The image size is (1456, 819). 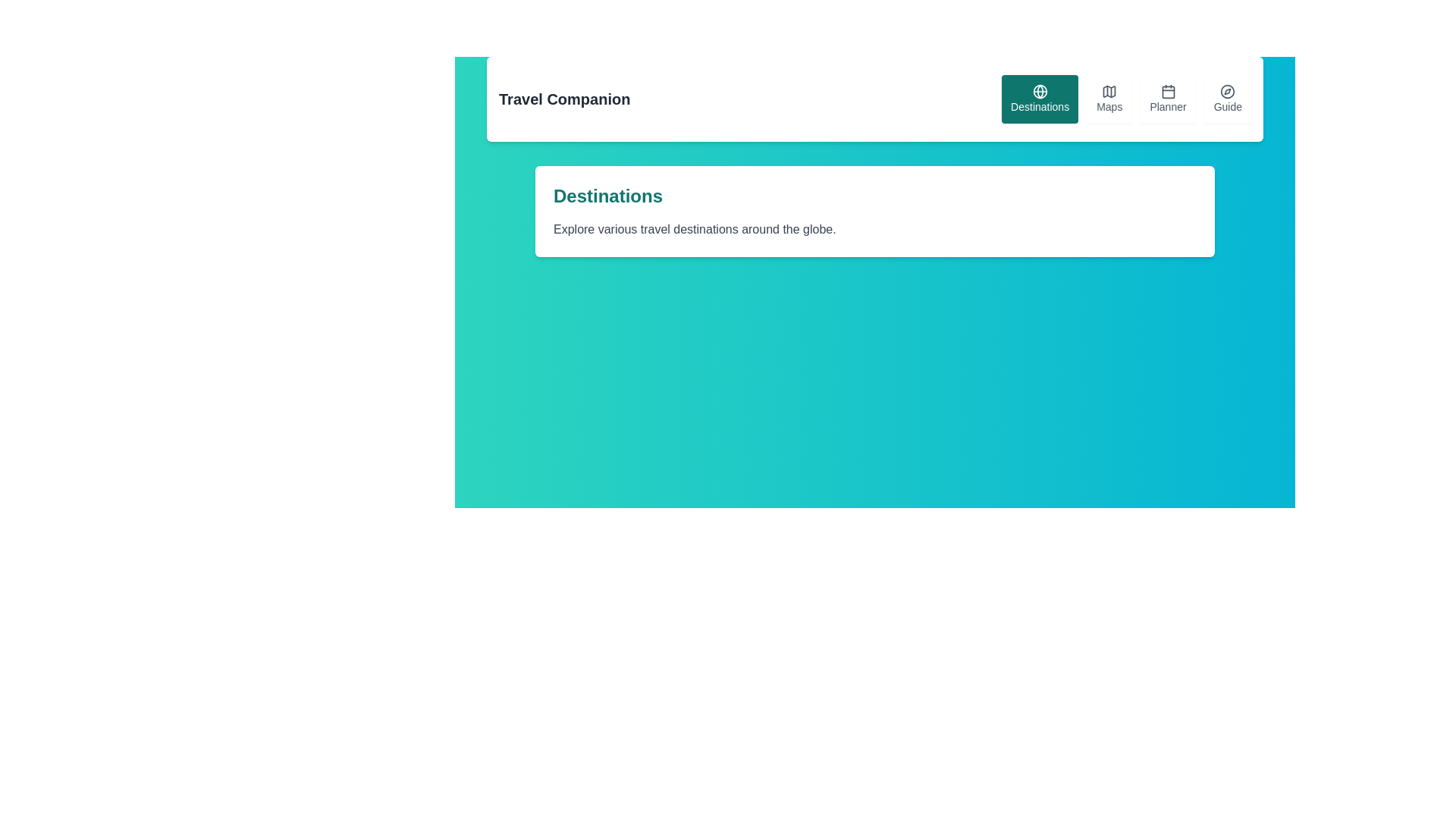 What do you see at coordinates (1167, 99) in the screenshot?
I see `the navigation button labeled 'Planner' which is styled with a calendar icon and positioned between the 'Maps' and 'Guide' buttons in the top-right section of the interface` at bounding box center [1167, 99].